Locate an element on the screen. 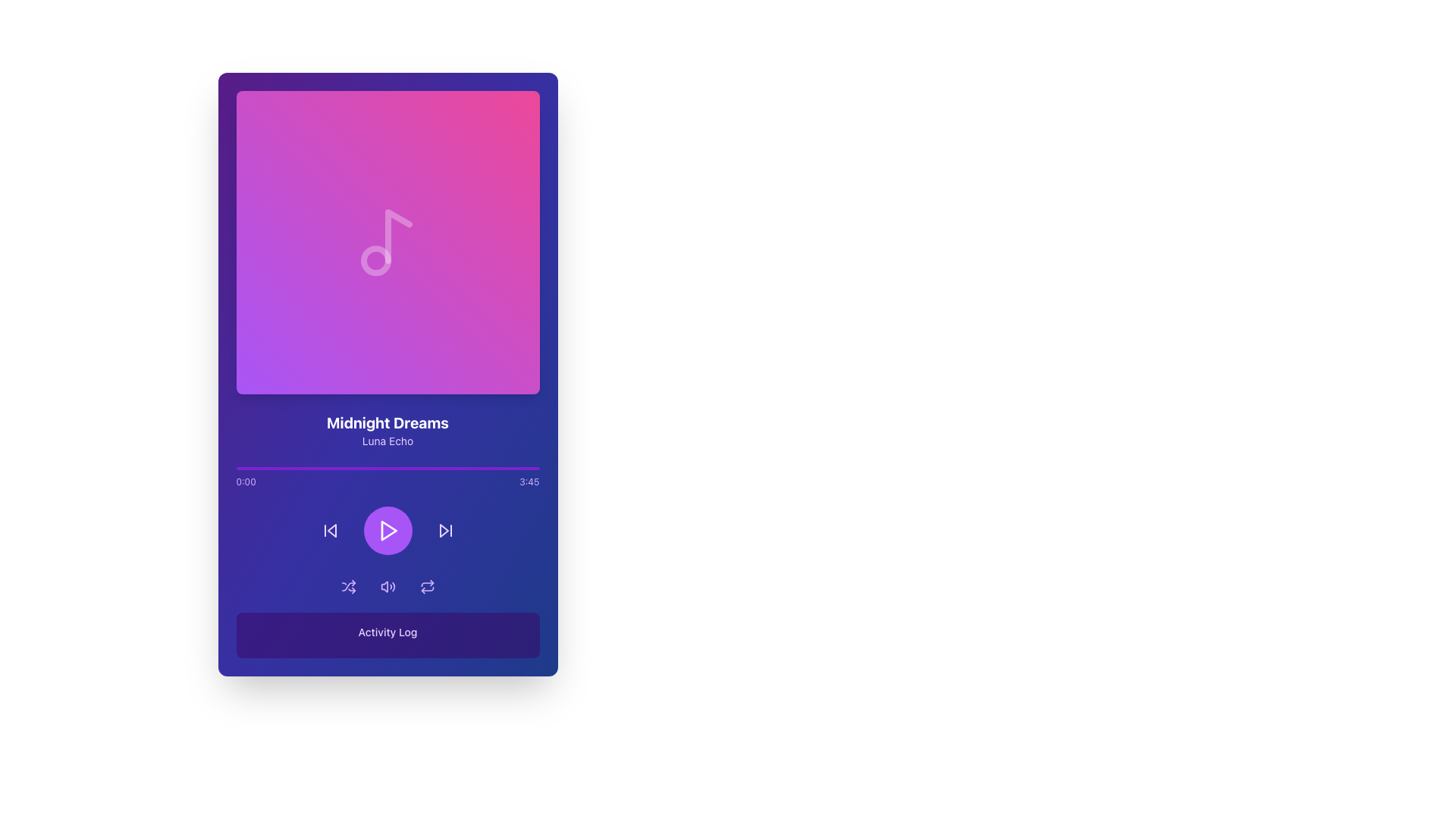  the text label displaying '0:00' in light purple, located in the lower left section of the interface is located at coordinates (246, 482).